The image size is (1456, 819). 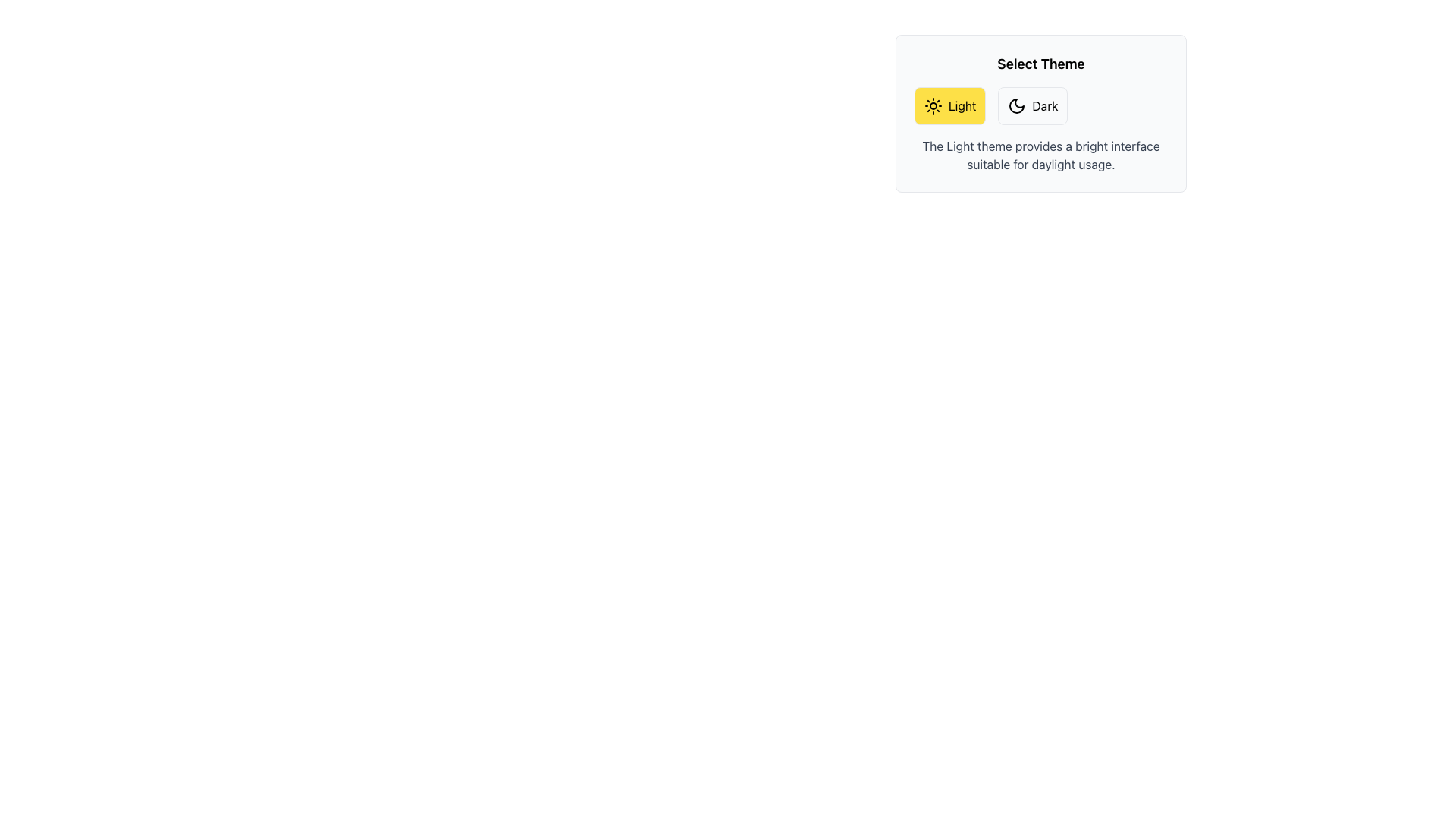 What do you see at coordinates (932, 105) in the screenshot?
I see `the icon within the 'Light' button in the 'Select Theme' section` at bounding box center [932, 105].